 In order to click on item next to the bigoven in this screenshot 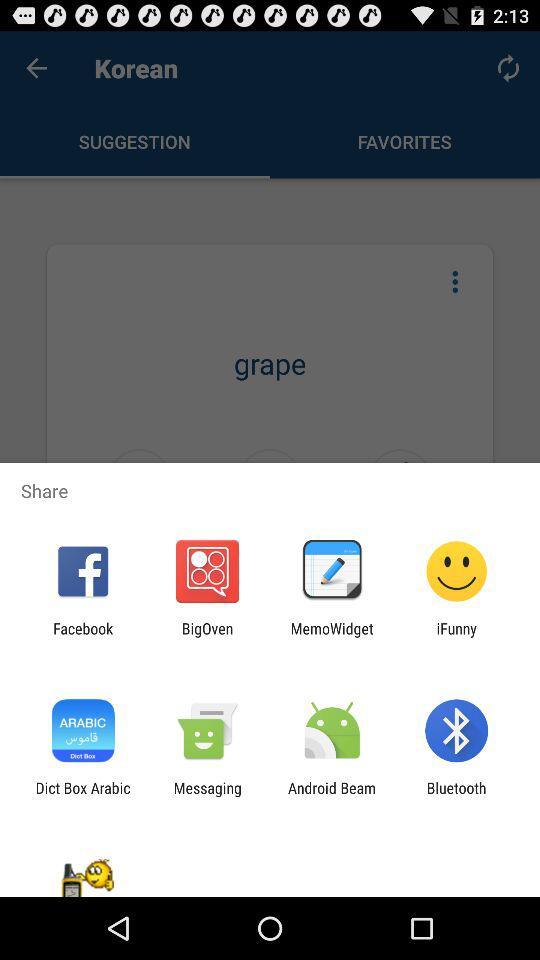, I will do `click(82, 636)`.